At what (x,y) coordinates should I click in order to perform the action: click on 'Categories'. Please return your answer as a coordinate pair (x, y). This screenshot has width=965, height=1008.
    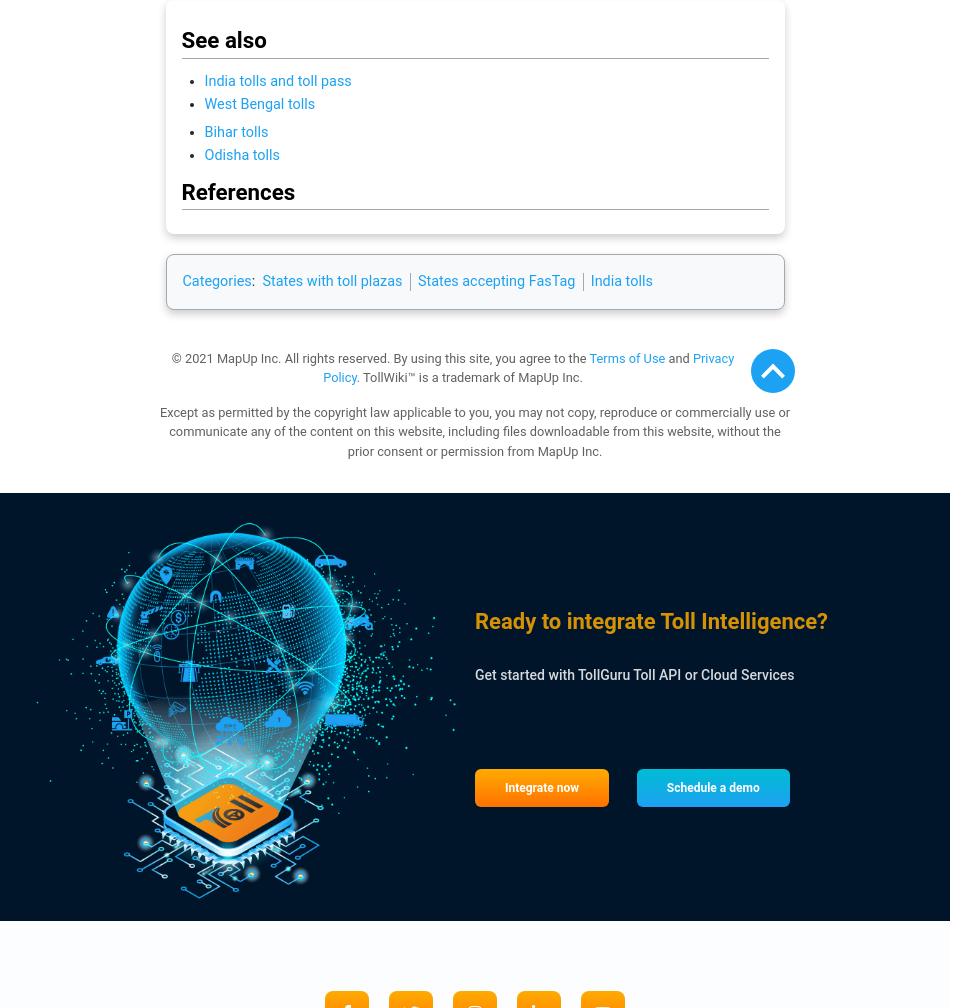
    Looking at the image, I should click on (216, 281).